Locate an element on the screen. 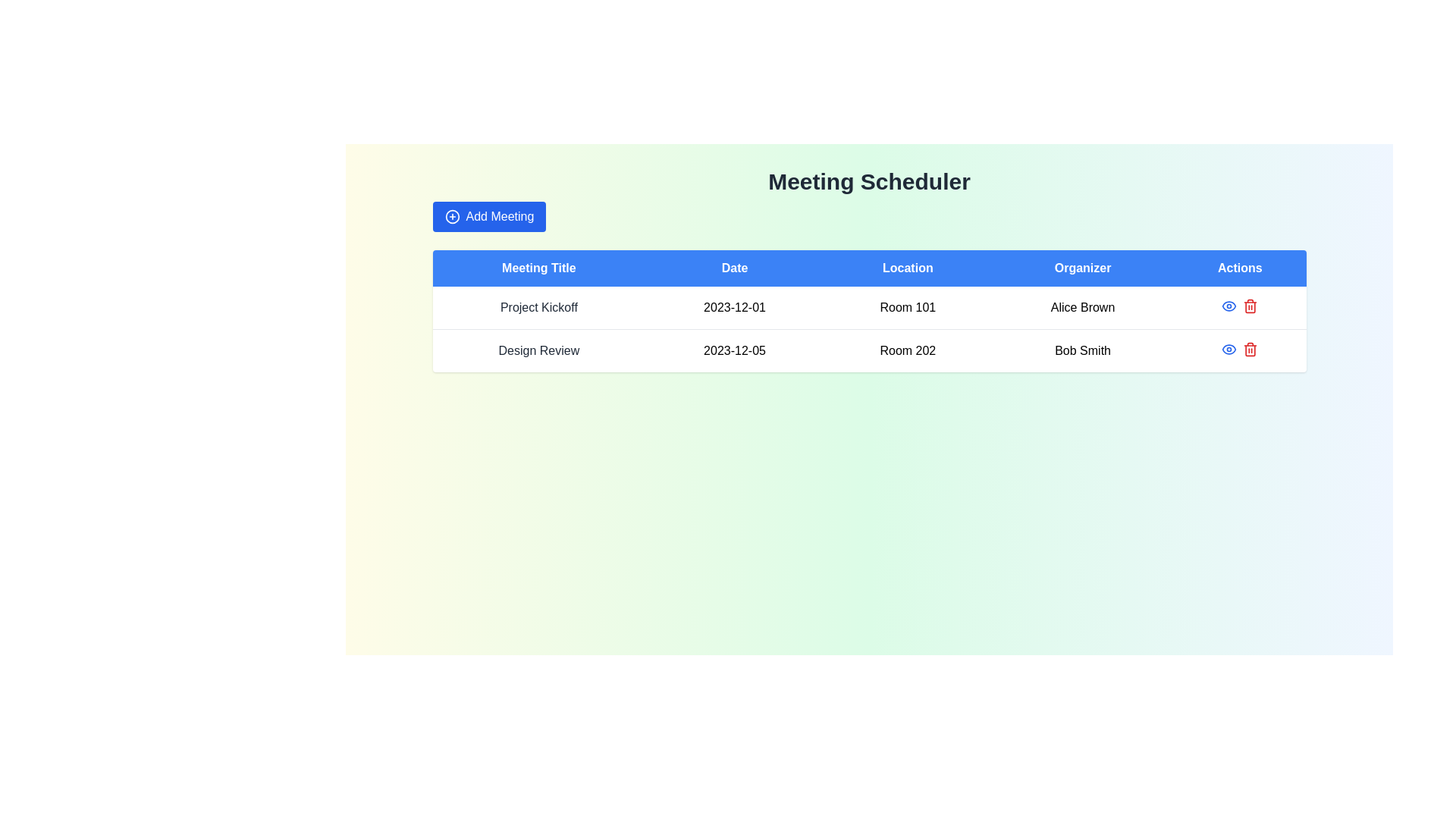  the delete icon button located in the 'Actions' column of the second row in the table, positioned to the right of the blue eye button is located at coordinates (1250, 306).